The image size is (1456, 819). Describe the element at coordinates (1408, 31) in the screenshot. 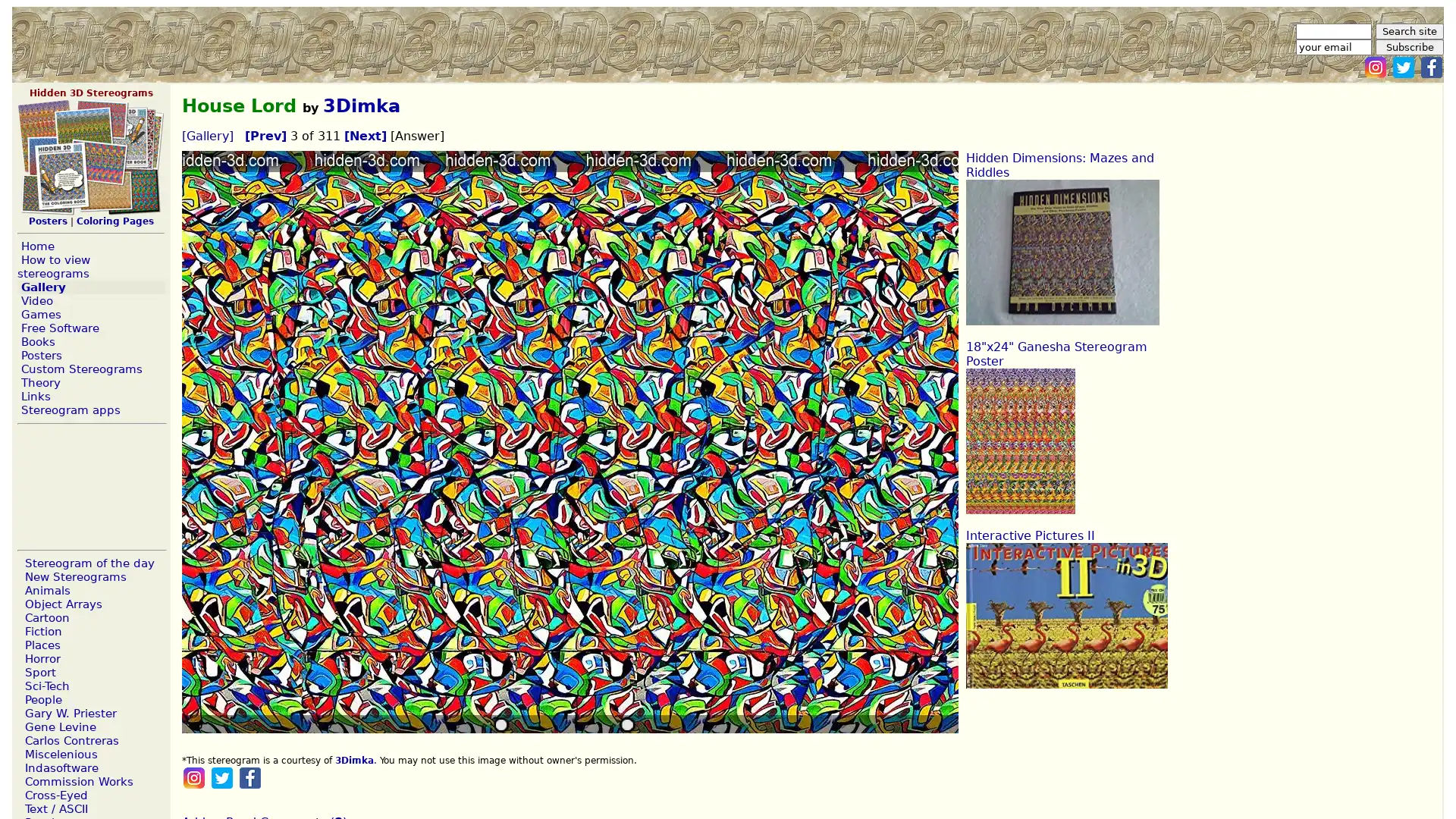

I see `Search site` at that location.